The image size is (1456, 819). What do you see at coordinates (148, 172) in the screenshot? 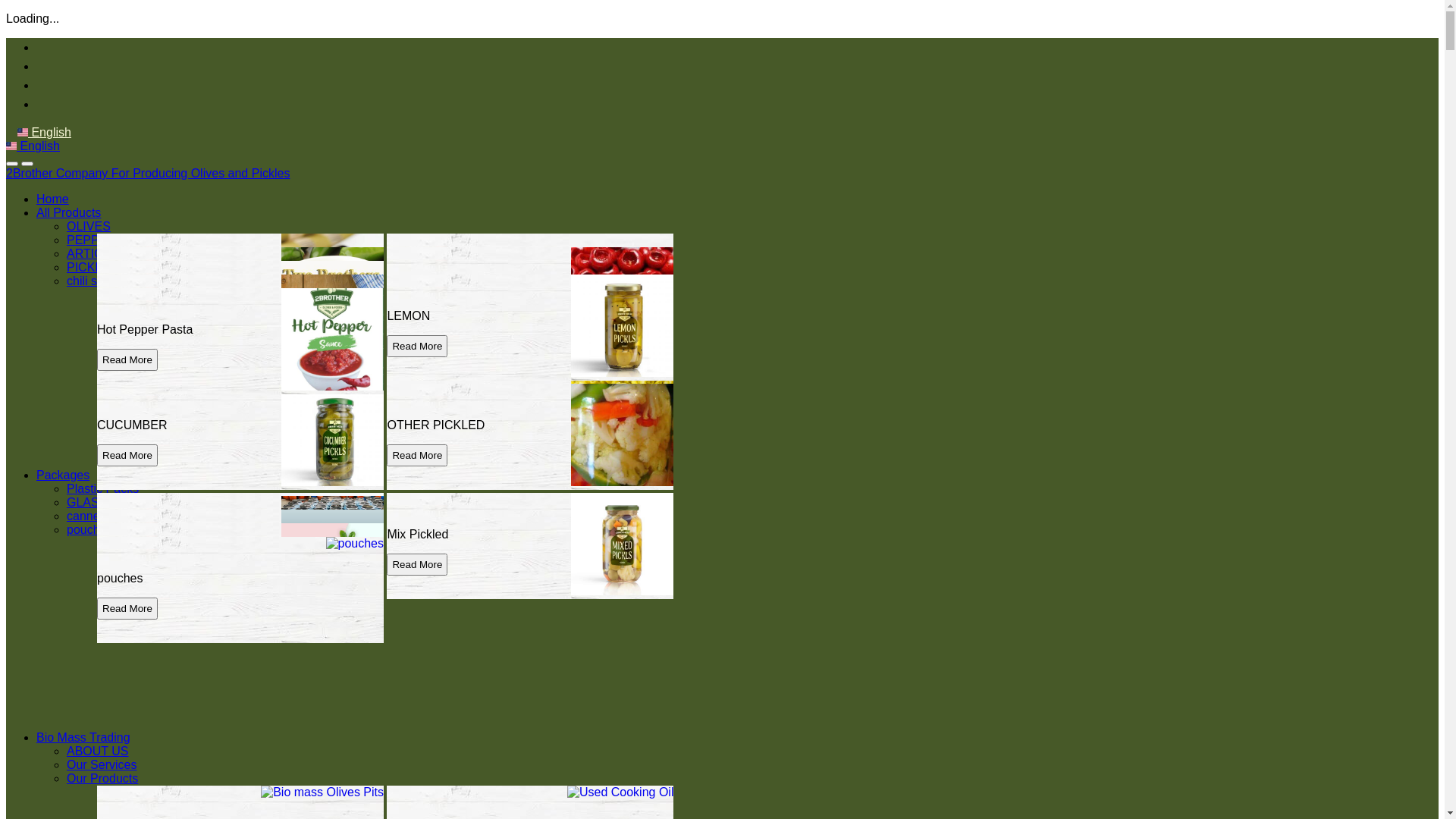
I see `'2Brother Company For Producing Olives and Pickles'` at bounding box center [148, 172].